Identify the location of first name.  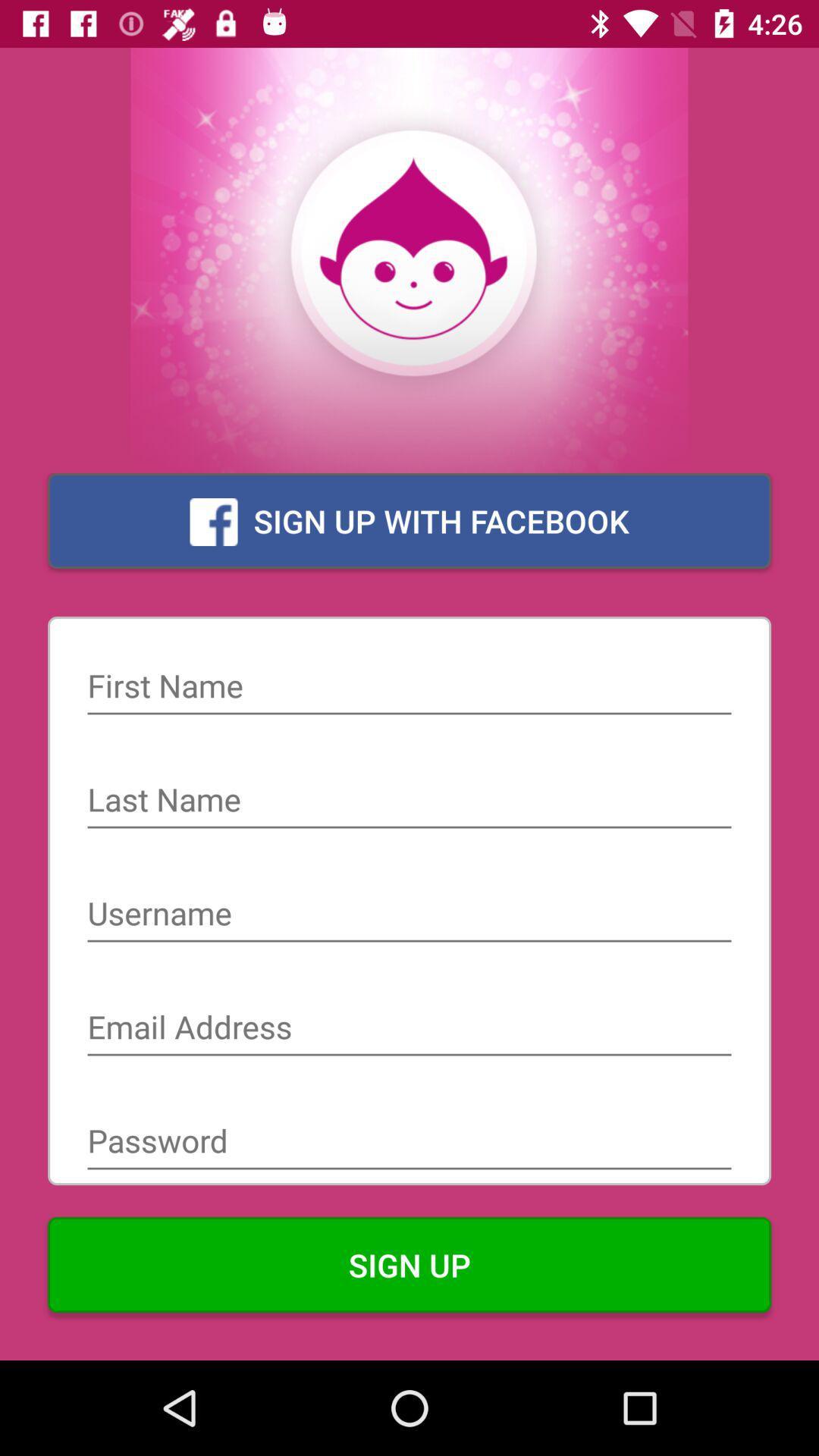
(409, 687).